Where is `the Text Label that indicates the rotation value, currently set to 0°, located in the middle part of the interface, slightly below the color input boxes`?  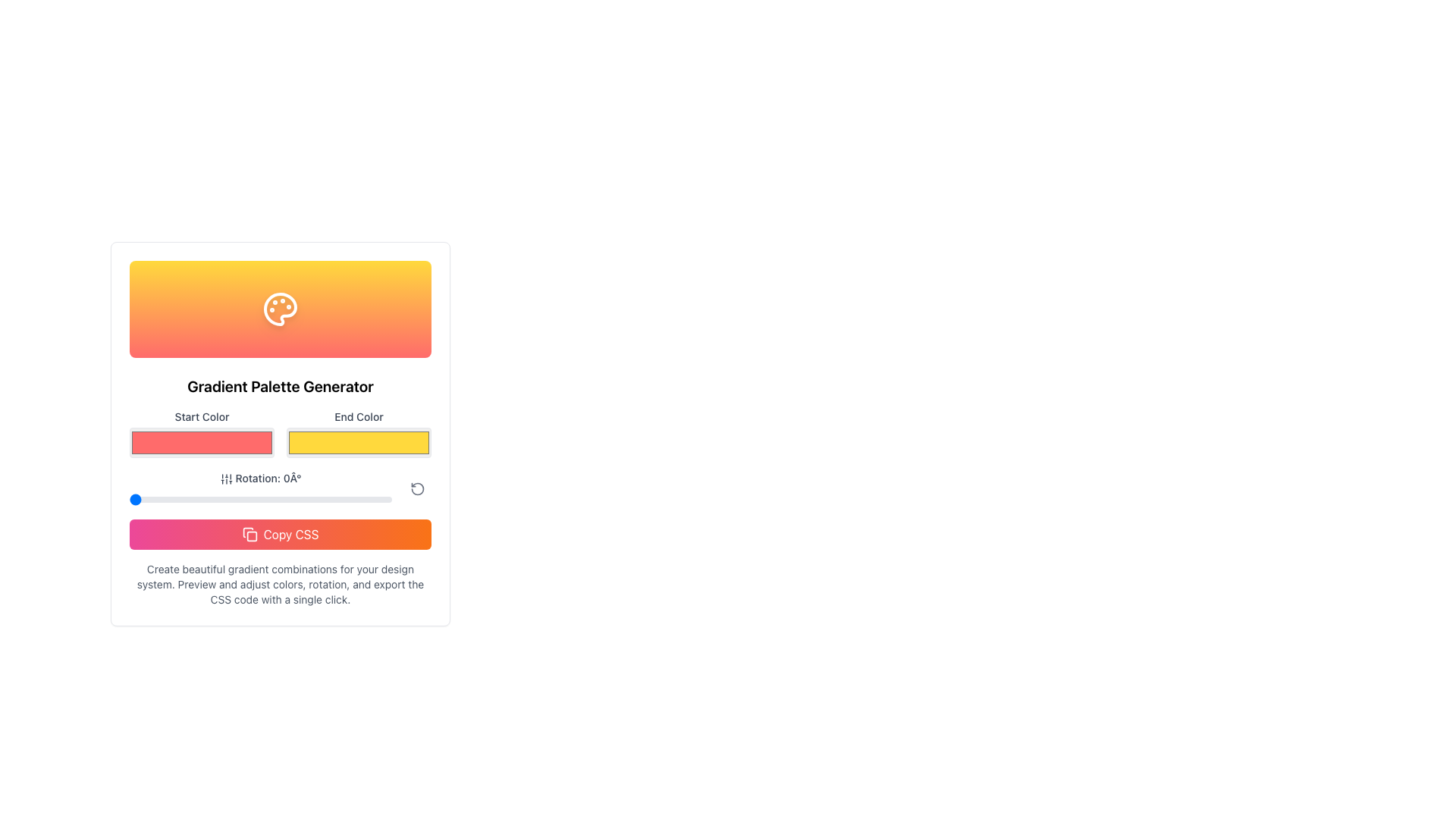
the Text Label that indicates the rotation value, currently set to 0°, located in the middle part of the interface, slightly below the color input boxes is located at coordinates (261, 479).